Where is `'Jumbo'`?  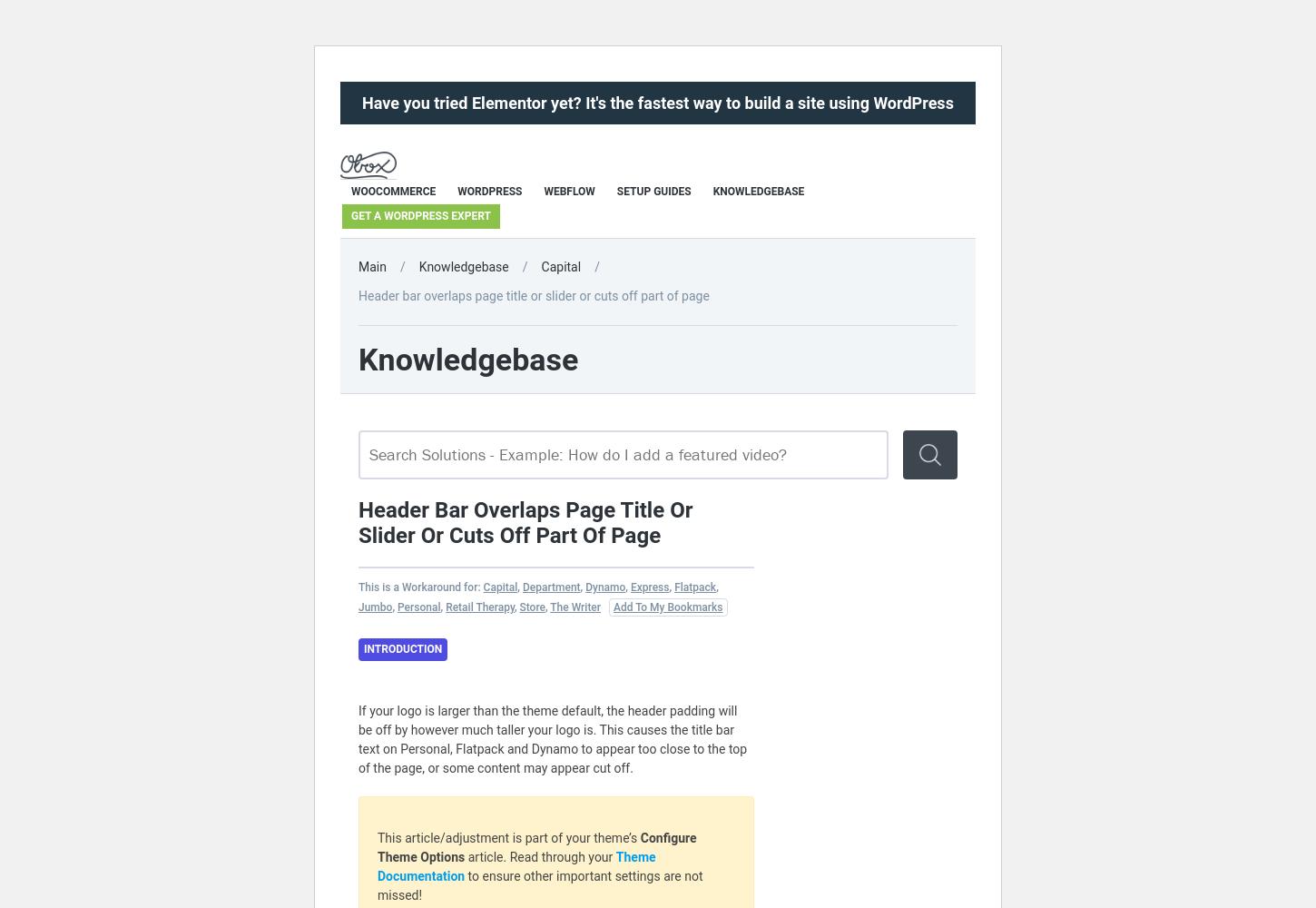 'Jumbo' is located at coordinates (374, 607).